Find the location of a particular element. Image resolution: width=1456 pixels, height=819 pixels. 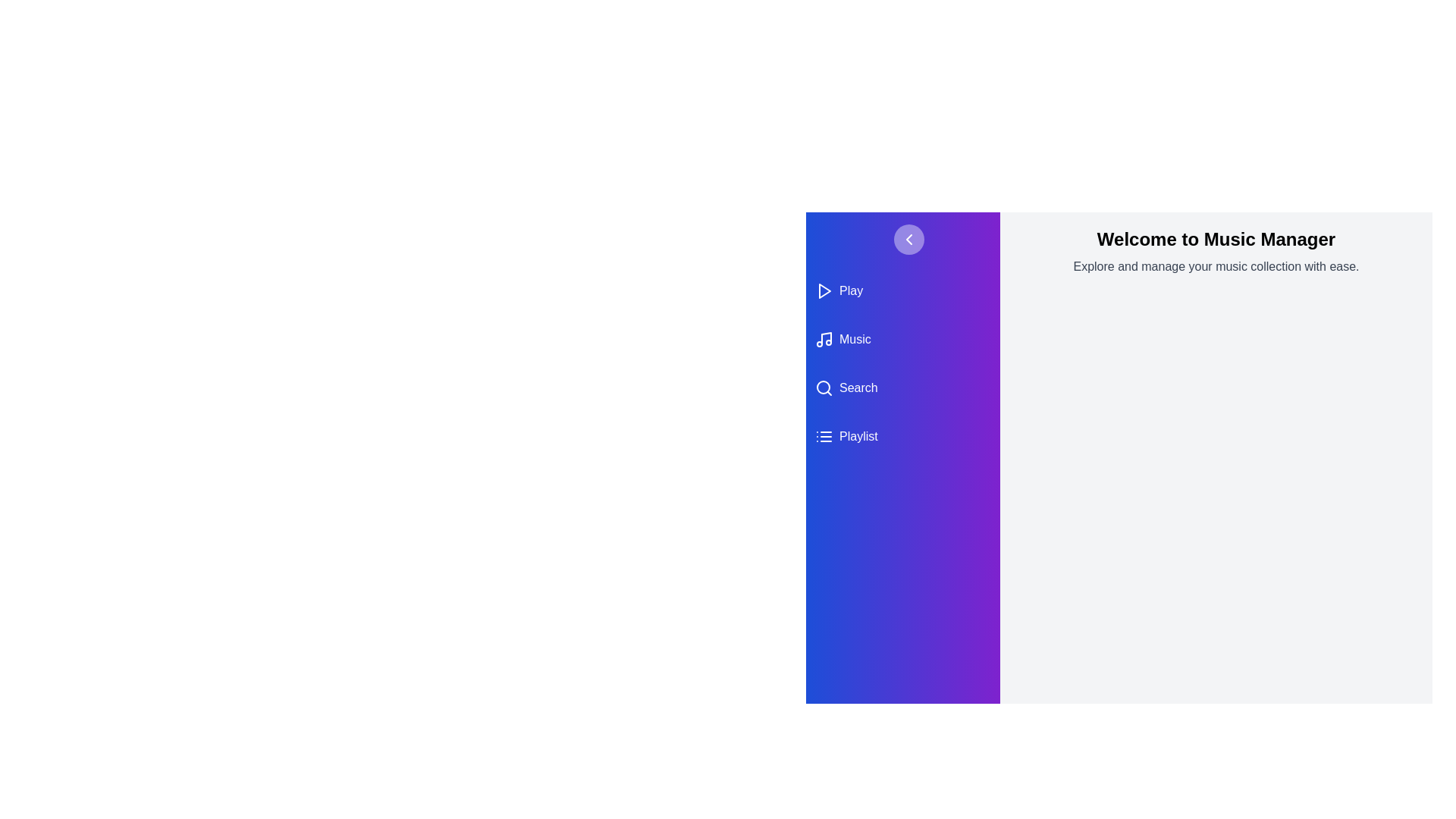

the 'Search' category in the navigation drawer is located at coordinates (902, 388).